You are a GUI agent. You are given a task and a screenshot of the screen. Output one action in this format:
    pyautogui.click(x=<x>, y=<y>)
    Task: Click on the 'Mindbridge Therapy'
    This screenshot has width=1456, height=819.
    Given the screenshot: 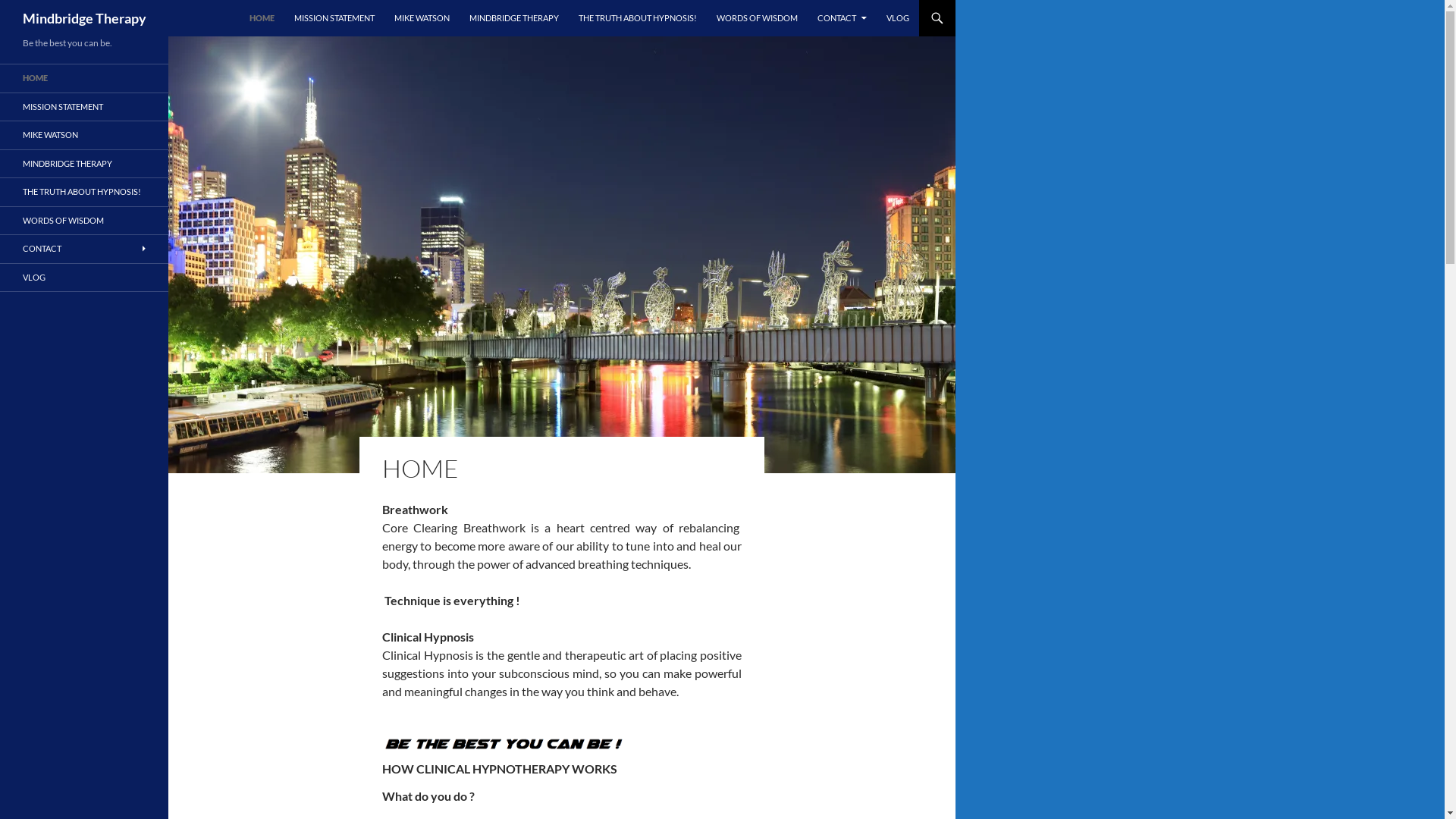 What is the action you would take?
    pyautogui.click(x=22, y=17)
    